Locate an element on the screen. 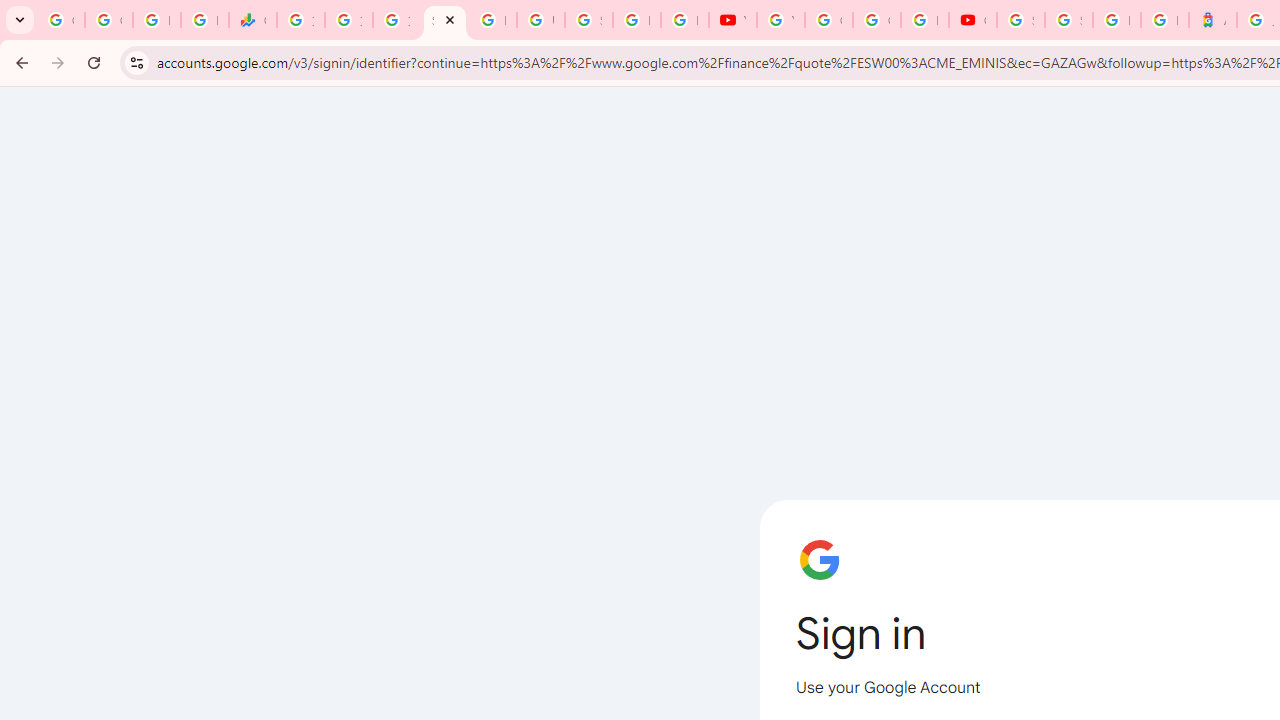  'Google Workspace Admin Community' is located at coordinates (60, 20).